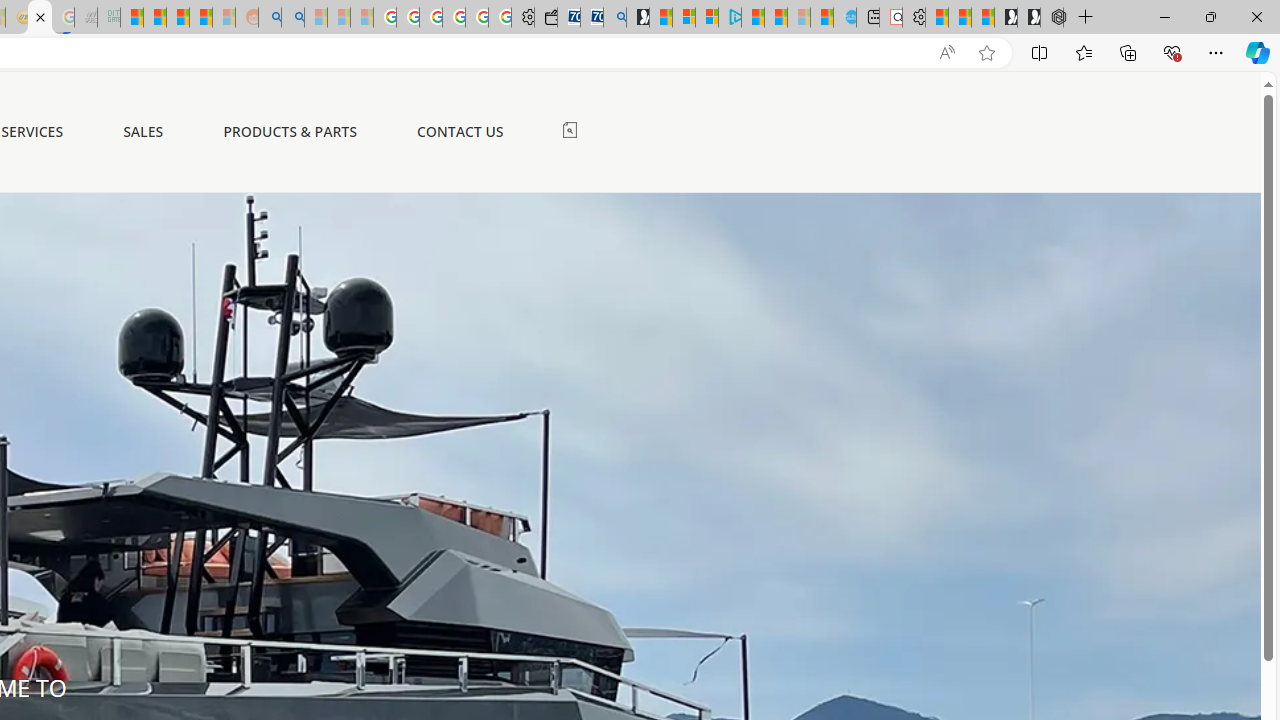  Describe the element at coordinates (143, 131) in the screenshot. I see `'SALES'` at that location.